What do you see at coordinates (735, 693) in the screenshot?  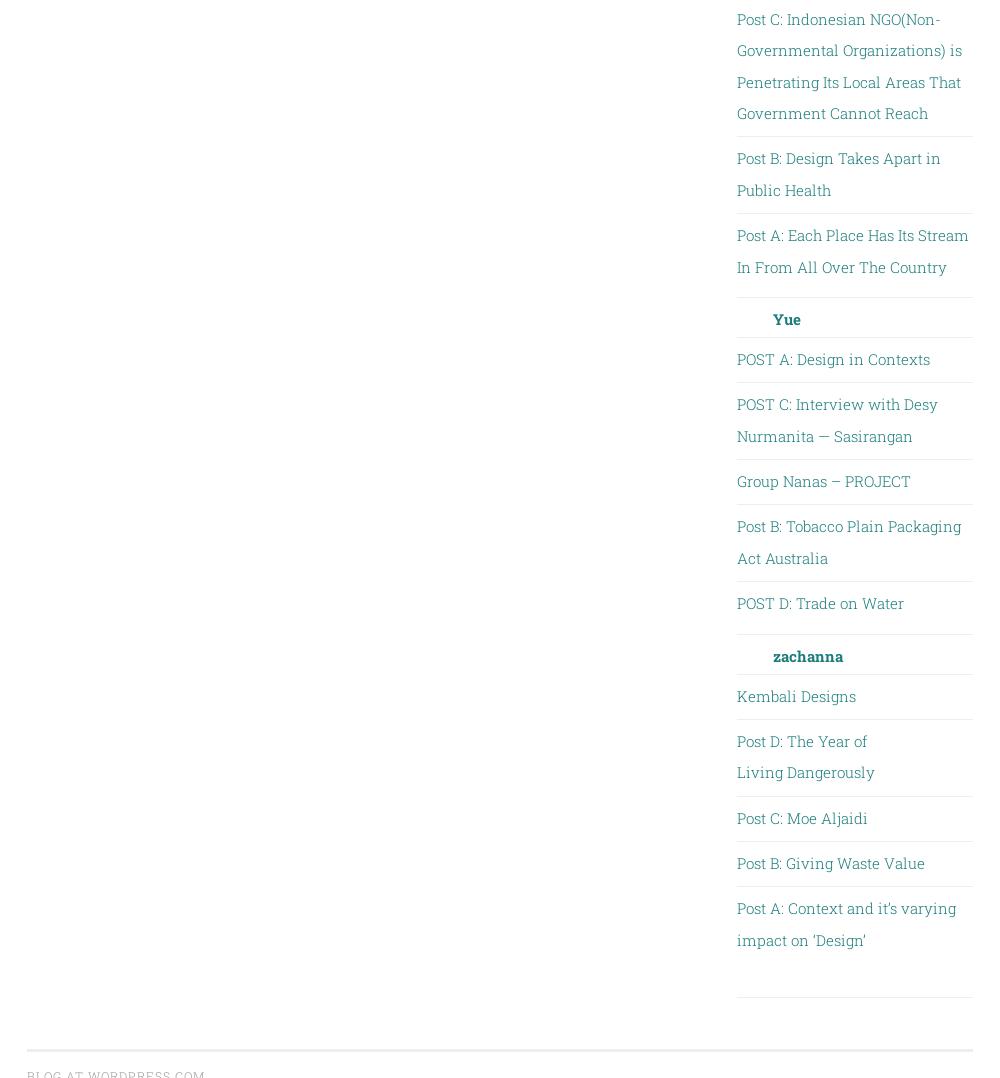 I see `'Kembali Designs'` at bounding box center [735, 693].